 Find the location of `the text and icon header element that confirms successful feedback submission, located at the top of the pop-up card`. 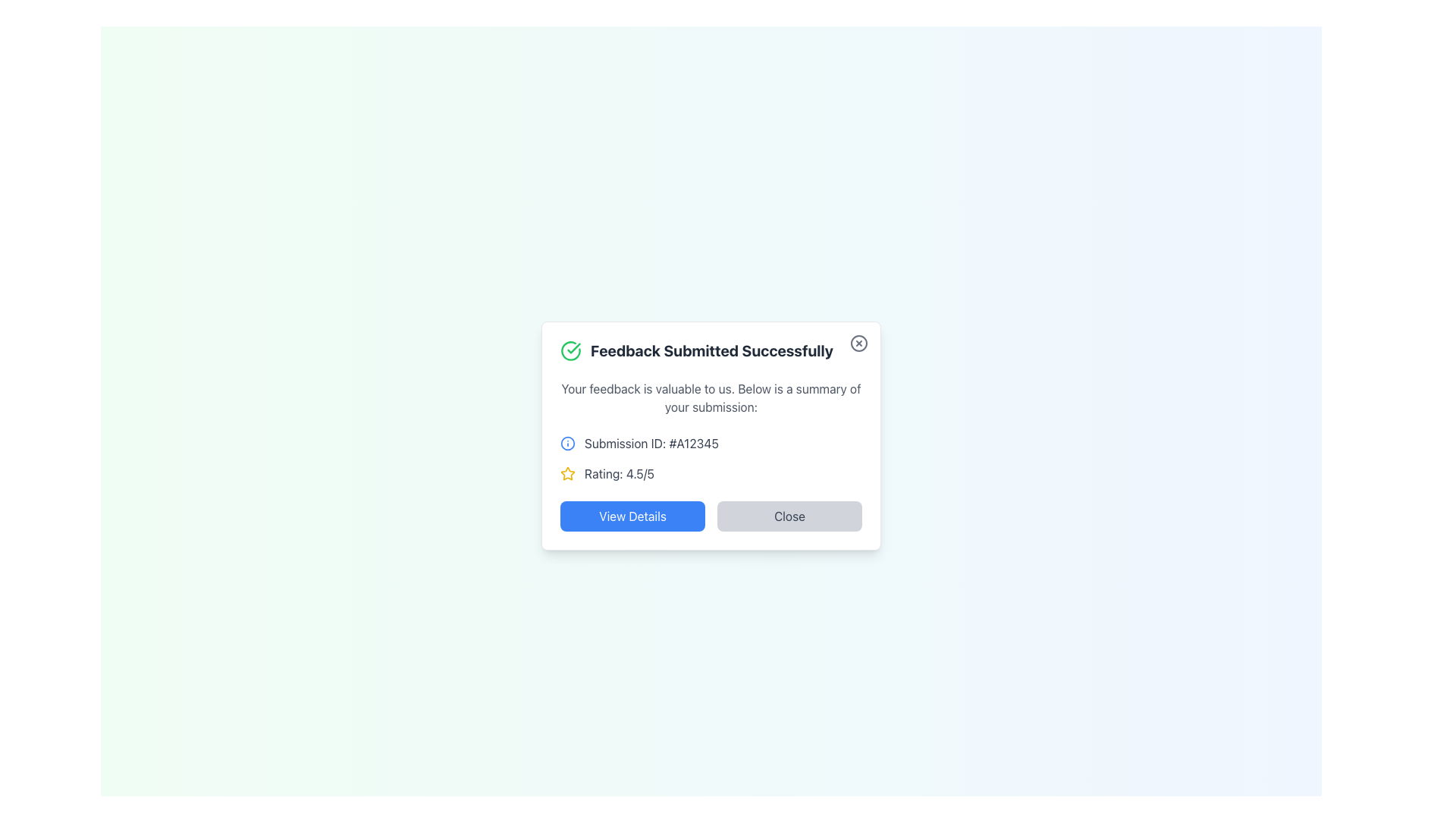

the text and icon header element that confirms successful feedback submission, located at the top of the pop-up card is located at coordinates (710, 350).